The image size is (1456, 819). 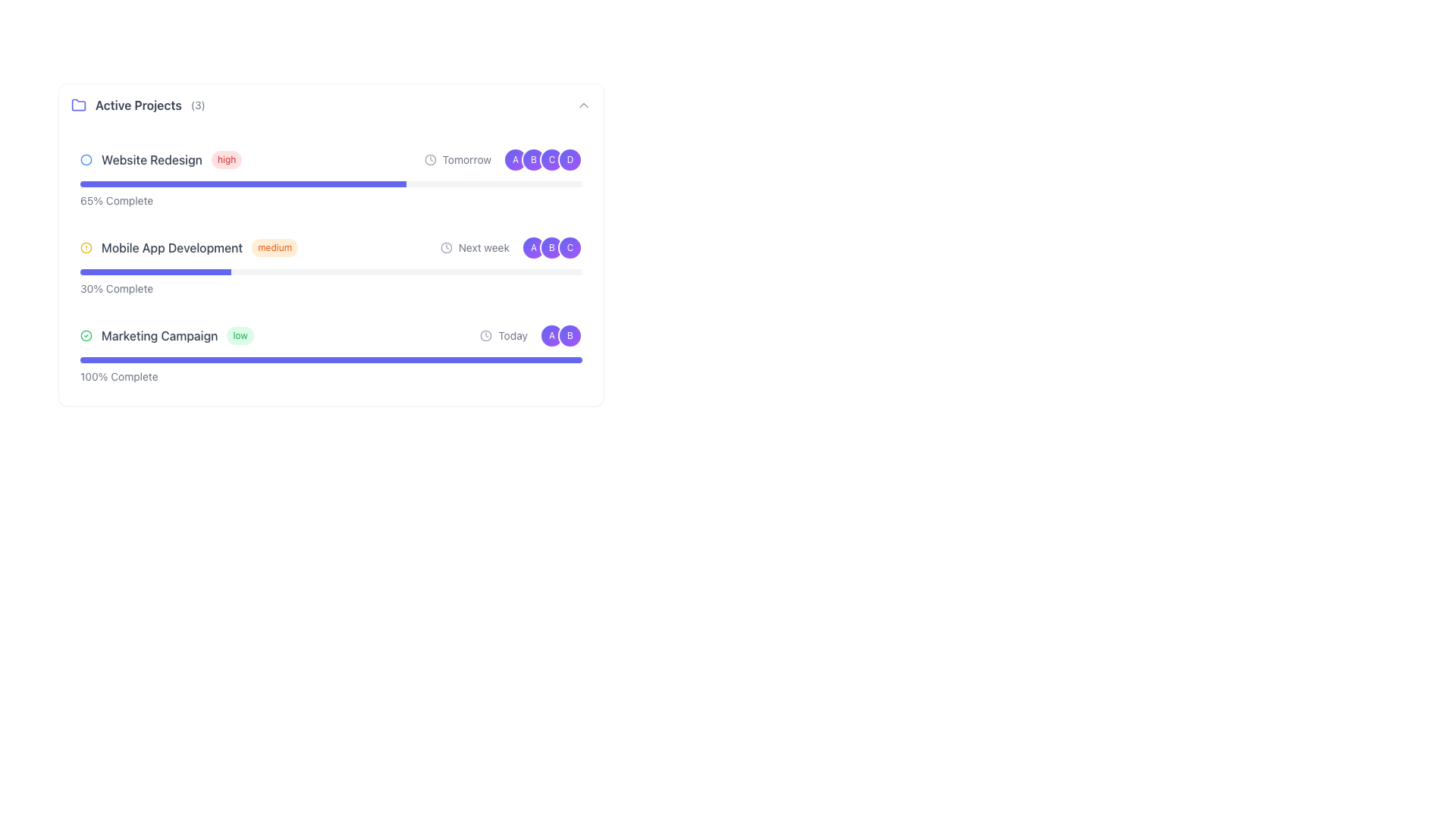 I want to click on the first row of the 'Active Projects' section representing the project named 'Website Redesign', so click(x=252, y=160).